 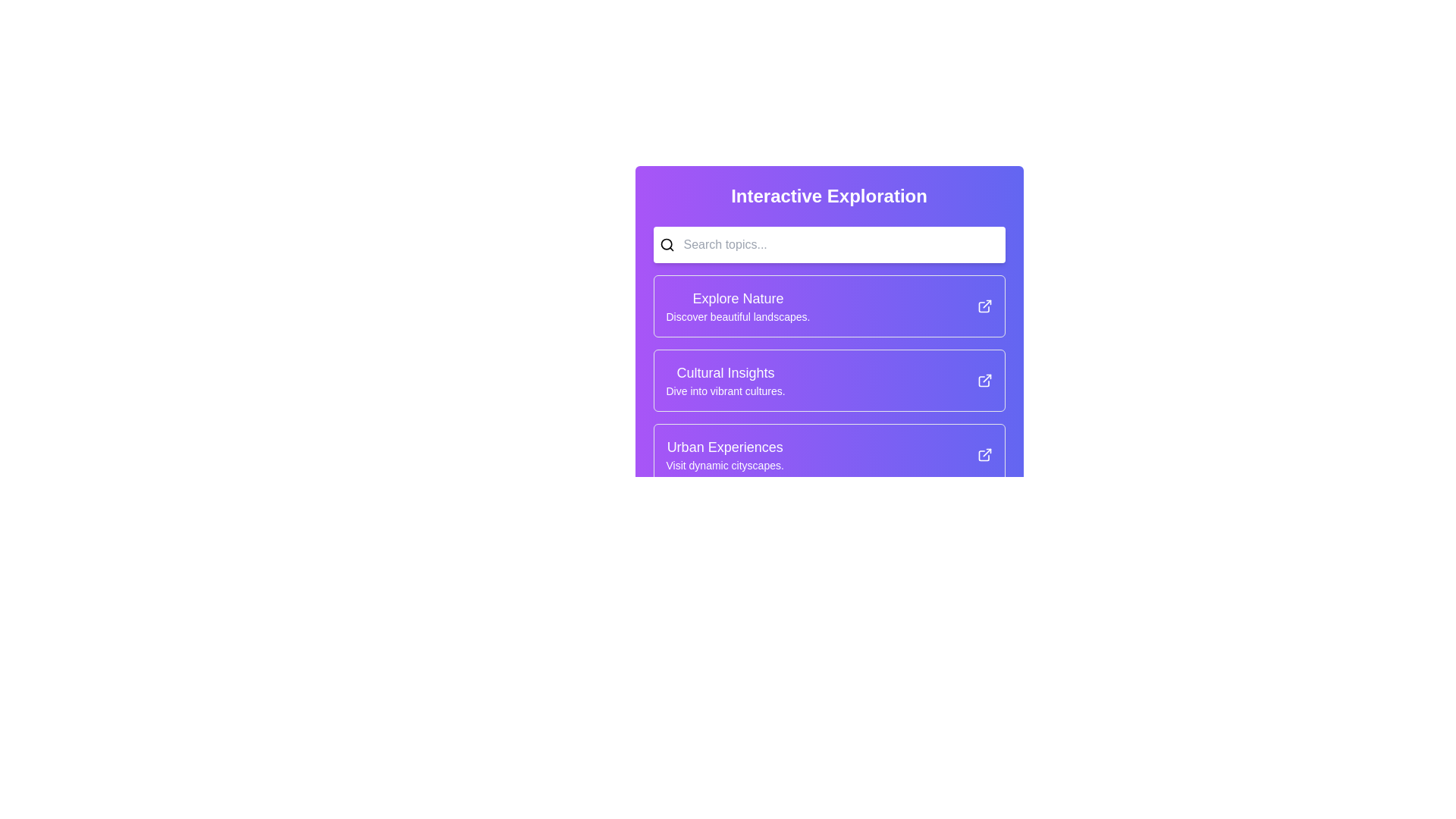 I want to click on the text element reading 'Visit dynamic cityscapes.' which is styled as a descriptive subtitle on a purple background, positioned below the title 'Urban Experiences.', so click(x=724, y=464).